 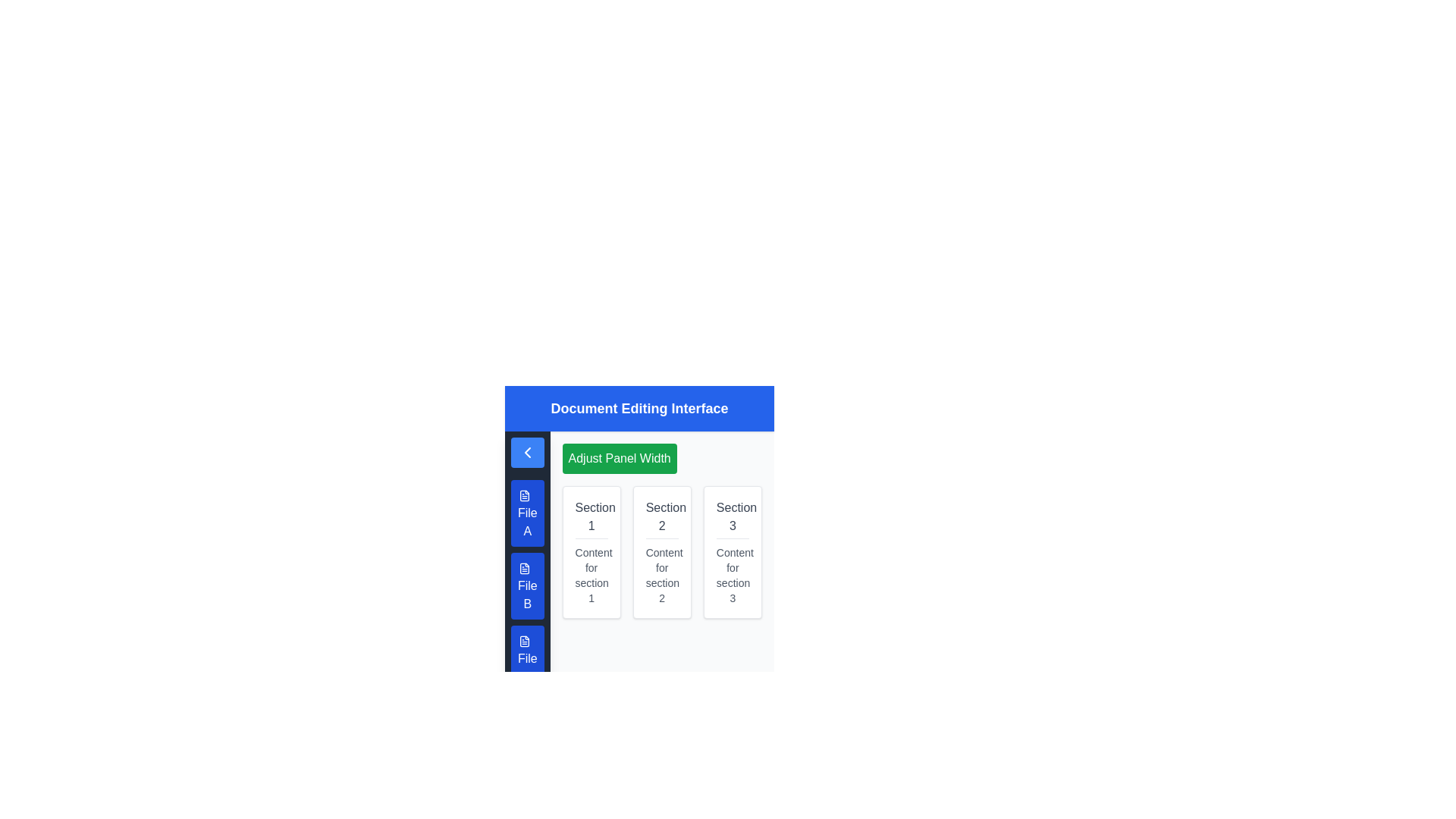 What do you see at coordinates (662, 518) in the screenshot?
I see `the 'Section 2' text label, which is styled in gray and` at bounding box center [662, 518].